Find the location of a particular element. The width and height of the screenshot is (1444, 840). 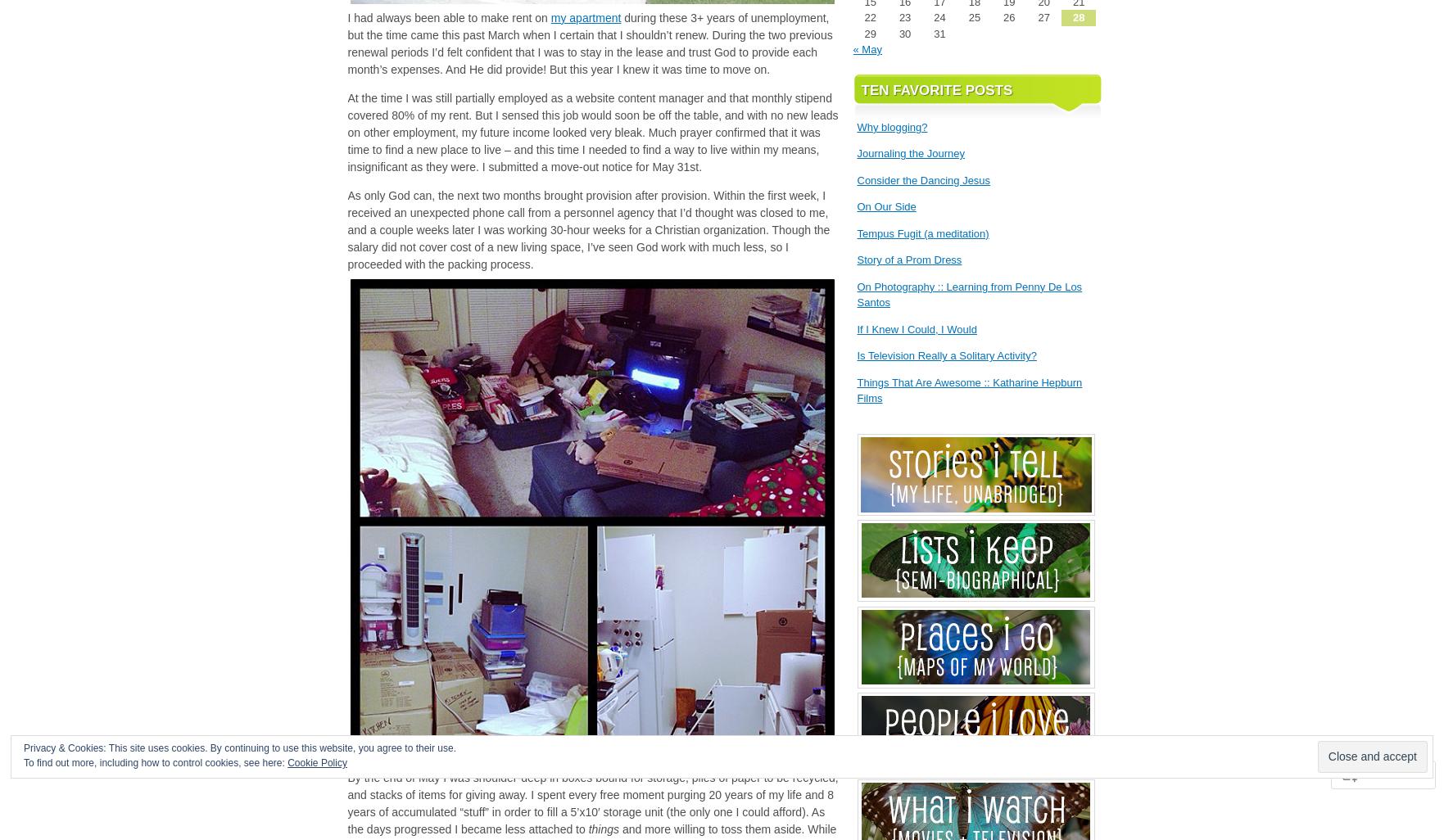

'Things That Are Awesome :: Katharine Hepburn Films' is located at coordinates (968, 389).